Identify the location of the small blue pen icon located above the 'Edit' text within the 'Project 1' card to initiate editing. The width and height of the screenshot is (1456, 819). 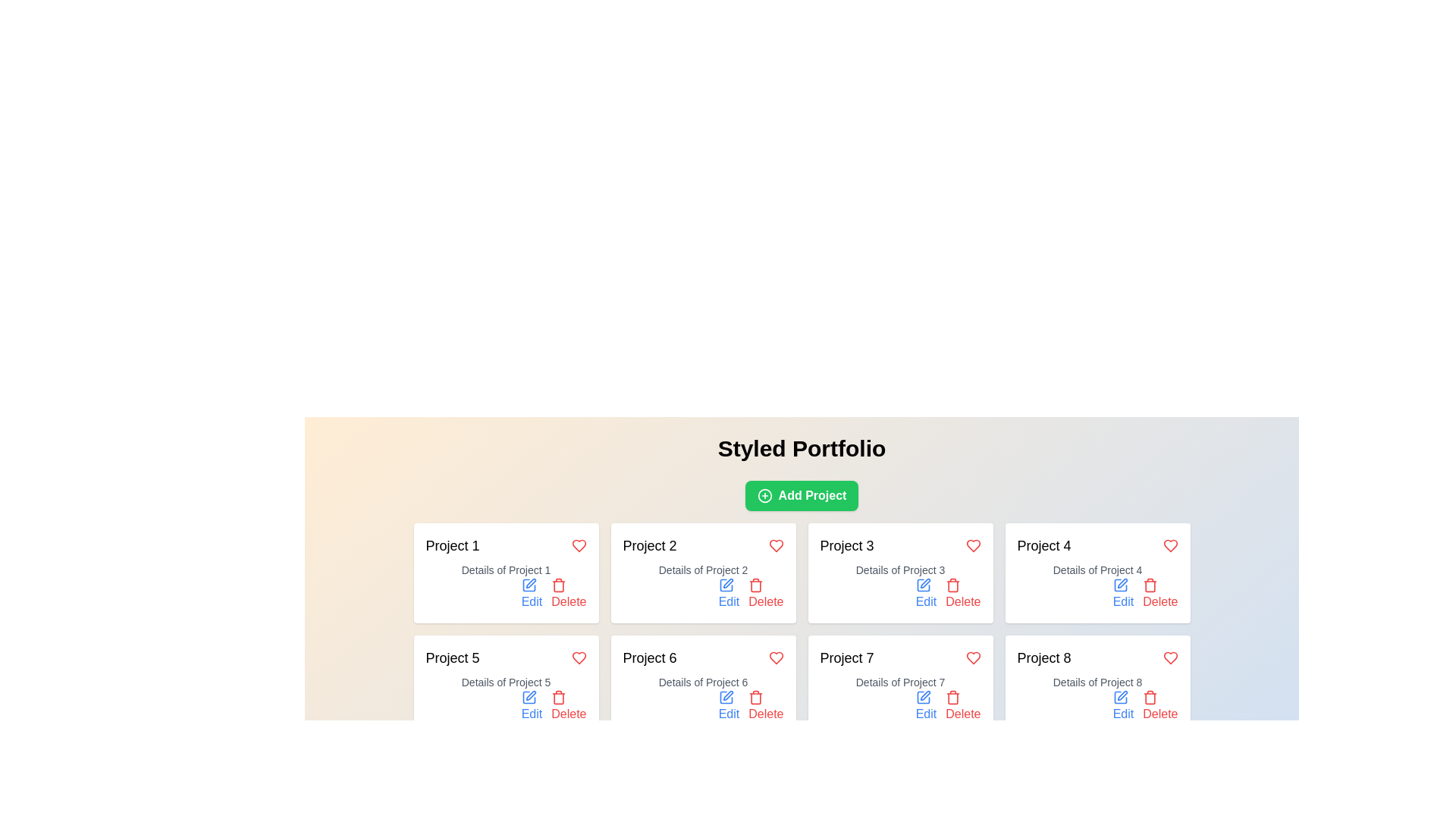
(529, 584).